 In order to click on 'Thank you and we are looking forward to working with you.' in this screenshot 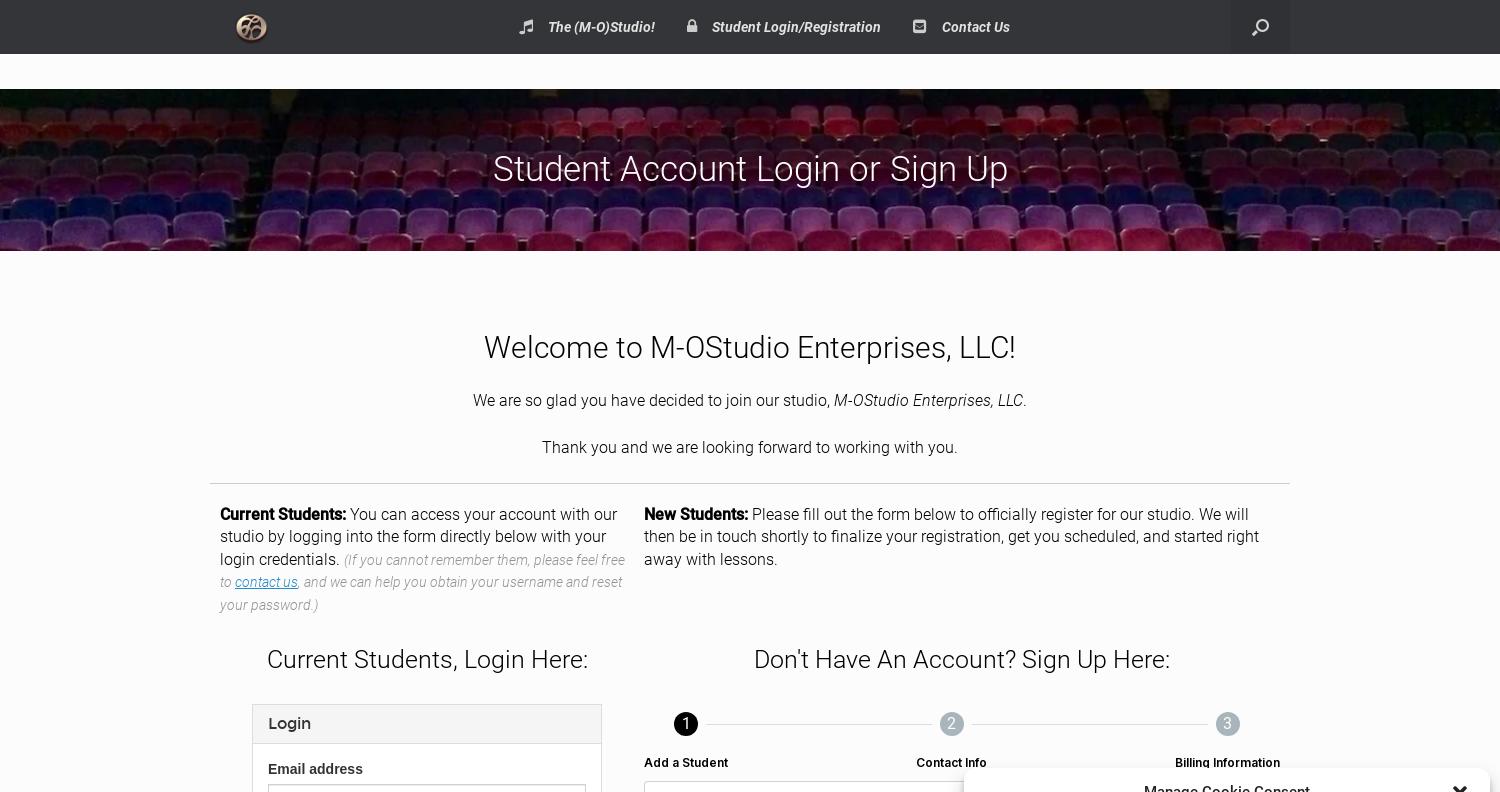, I will do `click(750, 445)`.